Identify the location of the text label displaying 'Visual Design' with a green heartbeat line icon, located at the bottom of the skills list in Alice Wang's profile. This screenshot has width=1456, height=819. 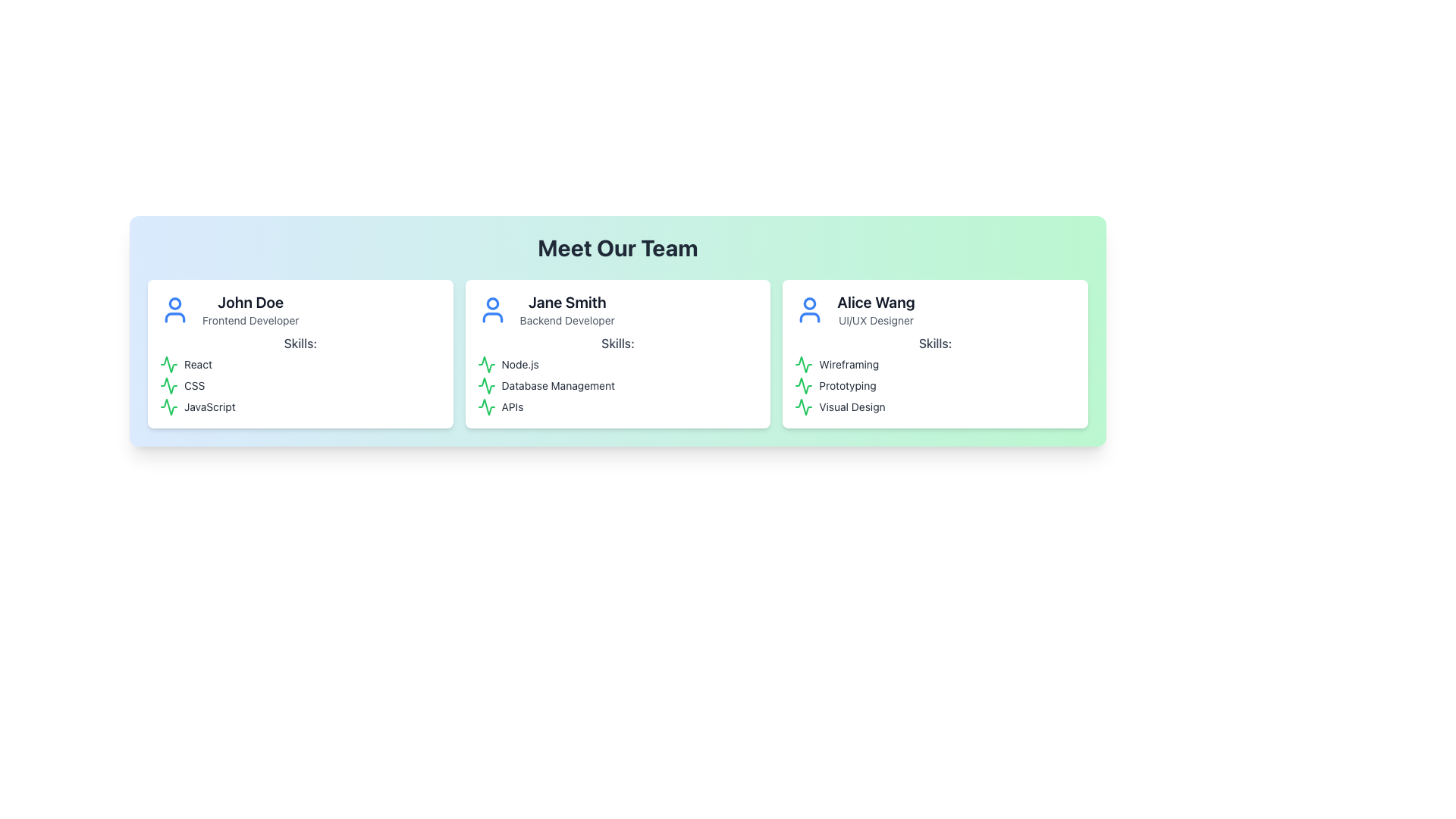
(934, 406).